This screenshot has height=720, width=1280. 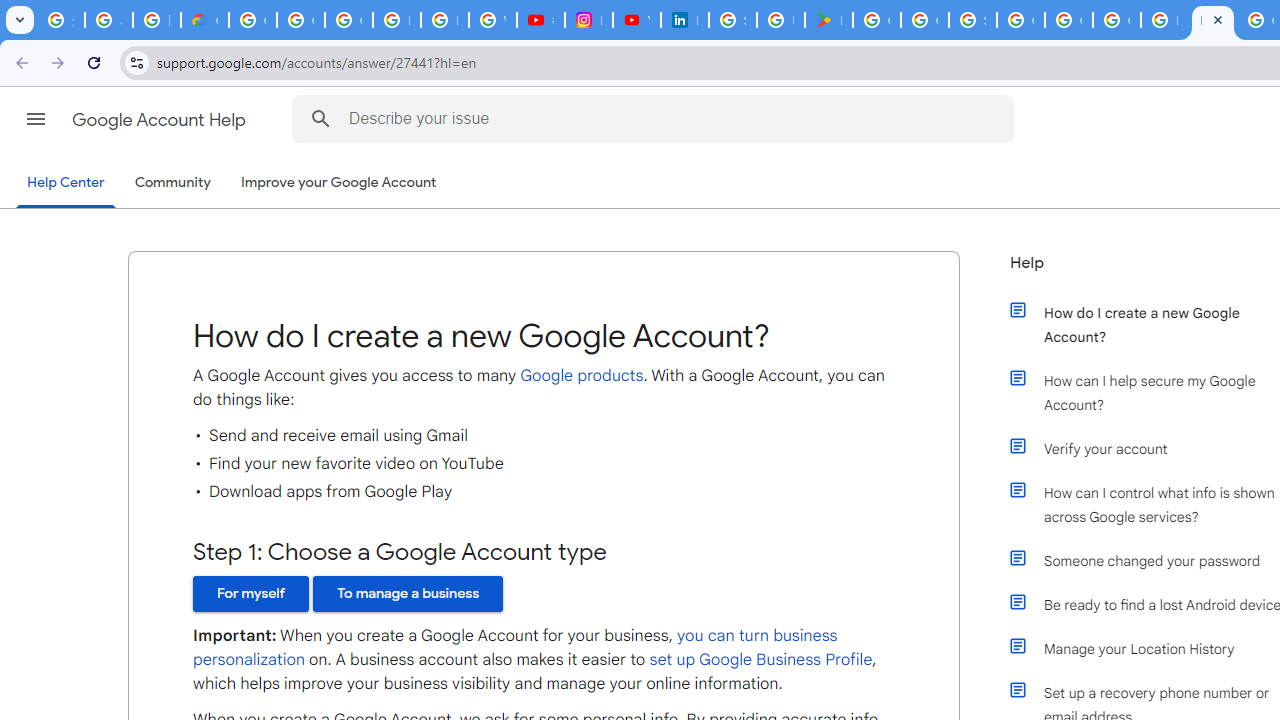 What do you see at coordinates (1211, 20) in the screenshot?
I see `'How do I create a new Google Account? - Google Account Help'` at bounding box center [1211, 20].